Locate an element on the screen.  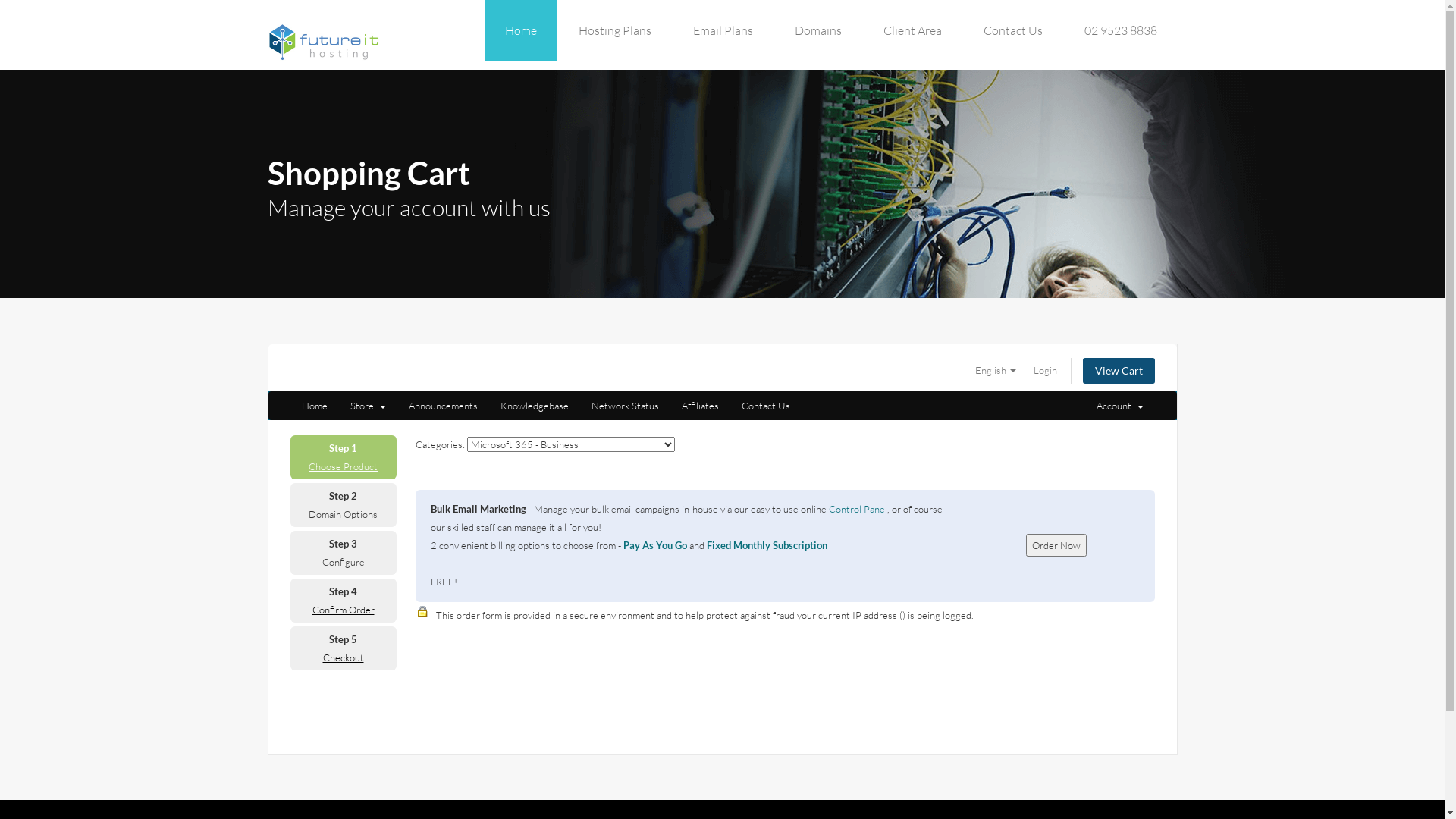
'Email Plans' is located at coordinates (721, 30).